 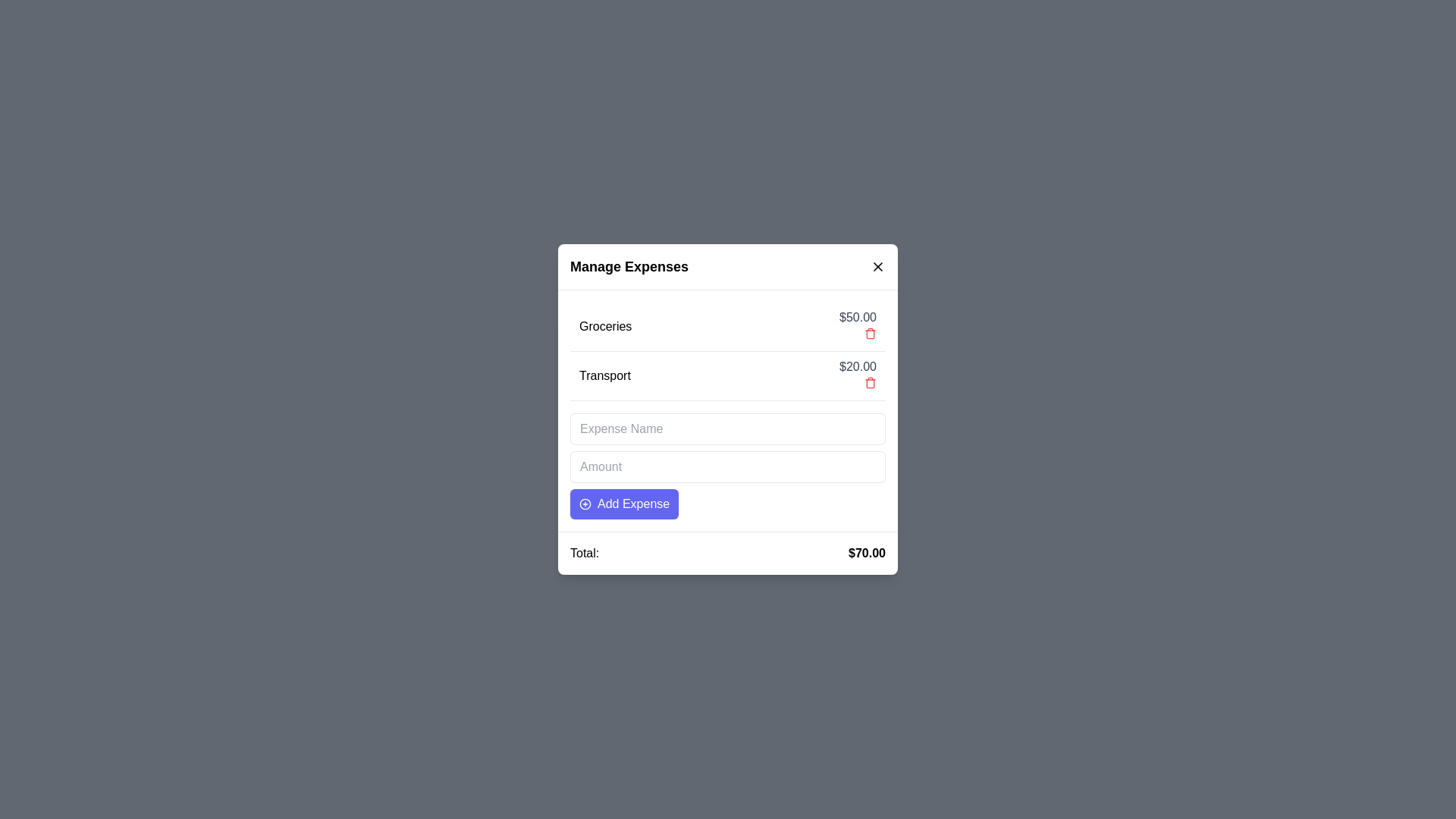 What do you see at coordinates (604, 326) in the screenshot?
I see `the text label 'Groceries', which is styled in black color and aligned to the left within a list layout` at bounding box center [604, 326].